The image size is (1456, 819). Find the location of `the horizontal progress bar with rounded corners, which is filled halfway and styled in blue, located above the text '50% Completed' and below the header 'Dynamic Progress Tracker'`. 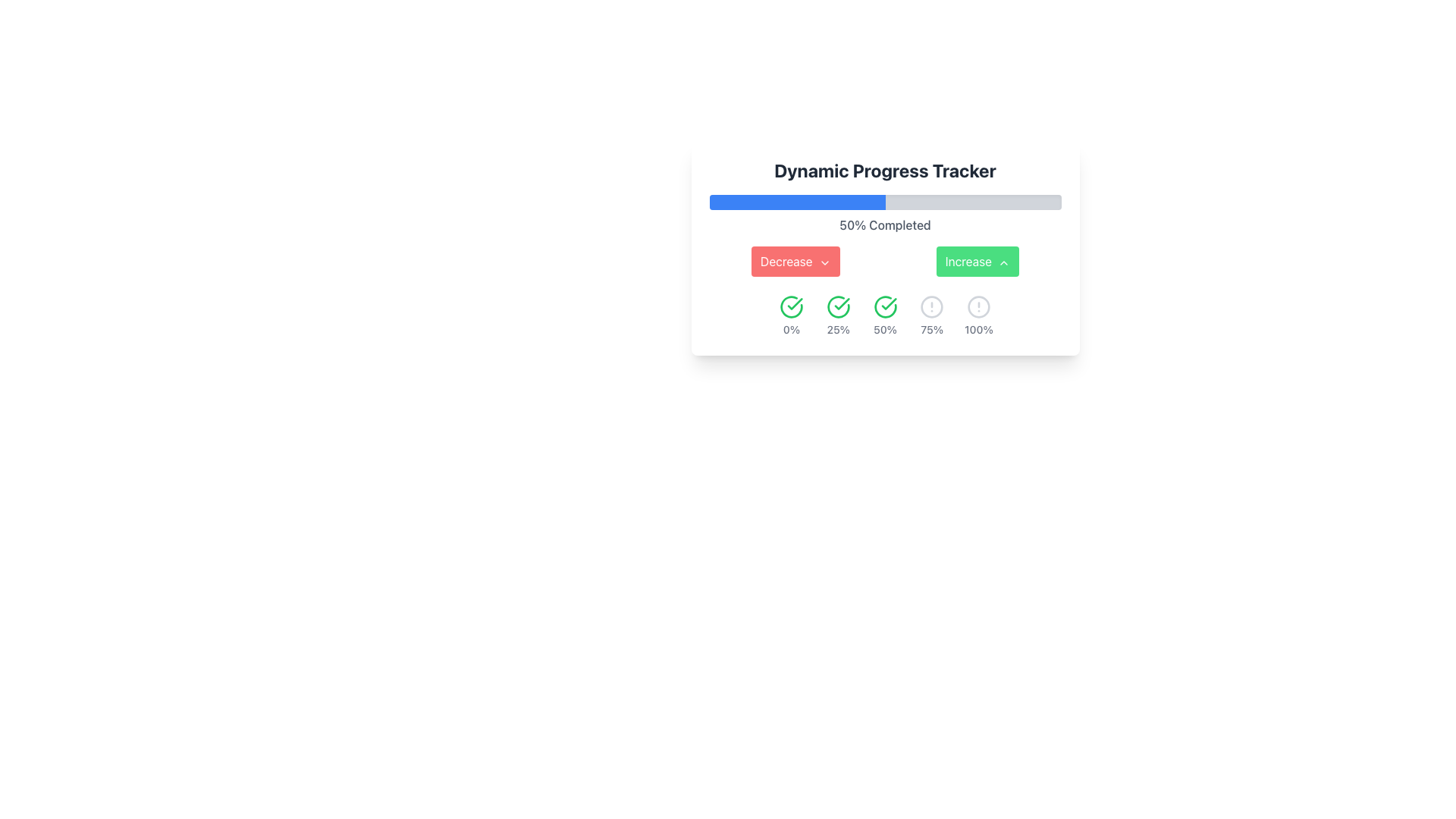

the horizontal progress bar with rounded corners, which is filled halfway and styled in blue, located above the text '50% Completed' and below the header 'Dynamic Progress Tracker' is located at coordinates (885, 201).